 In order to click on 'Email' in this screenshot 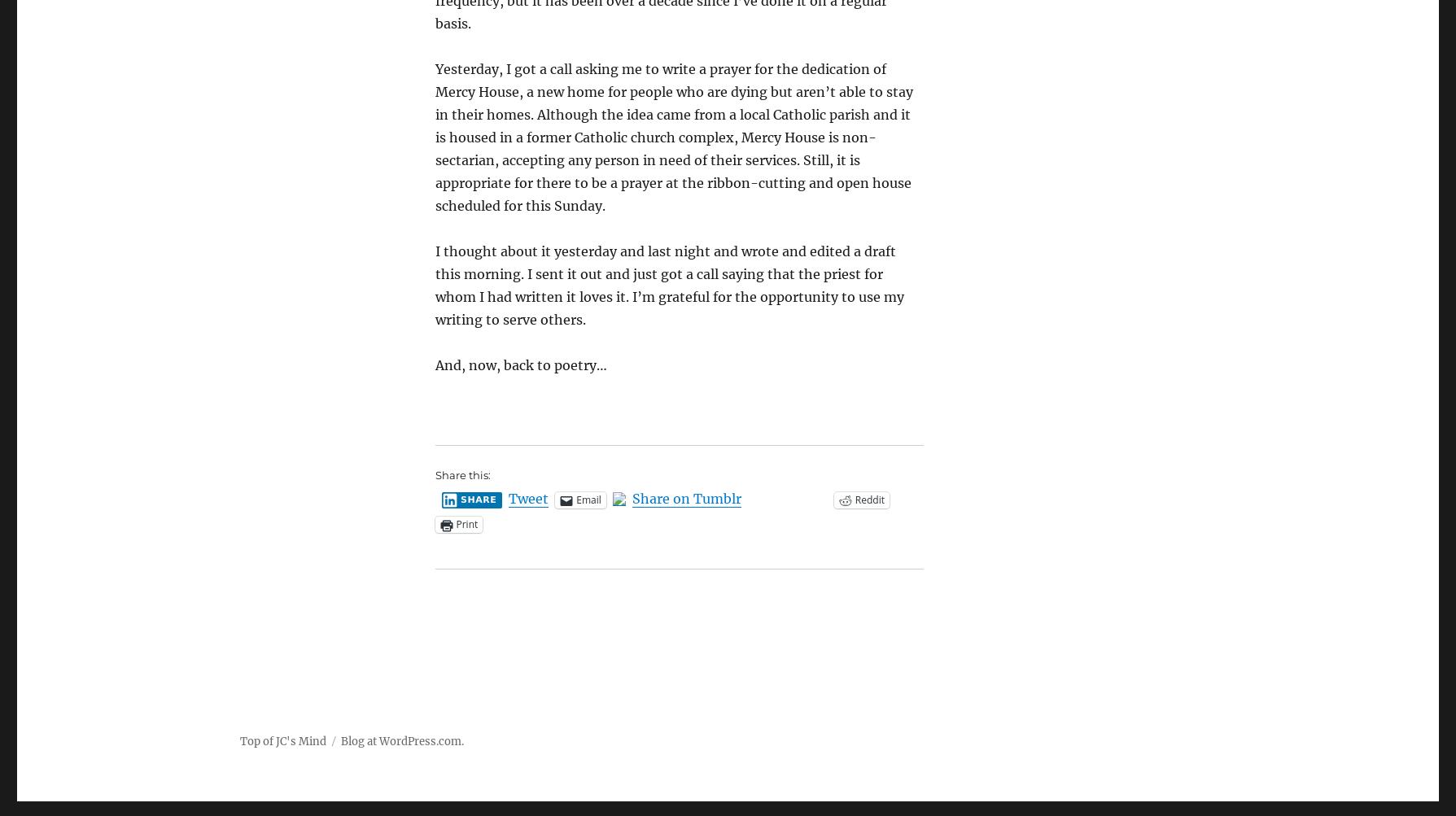, I will do `click(588, 500)`.